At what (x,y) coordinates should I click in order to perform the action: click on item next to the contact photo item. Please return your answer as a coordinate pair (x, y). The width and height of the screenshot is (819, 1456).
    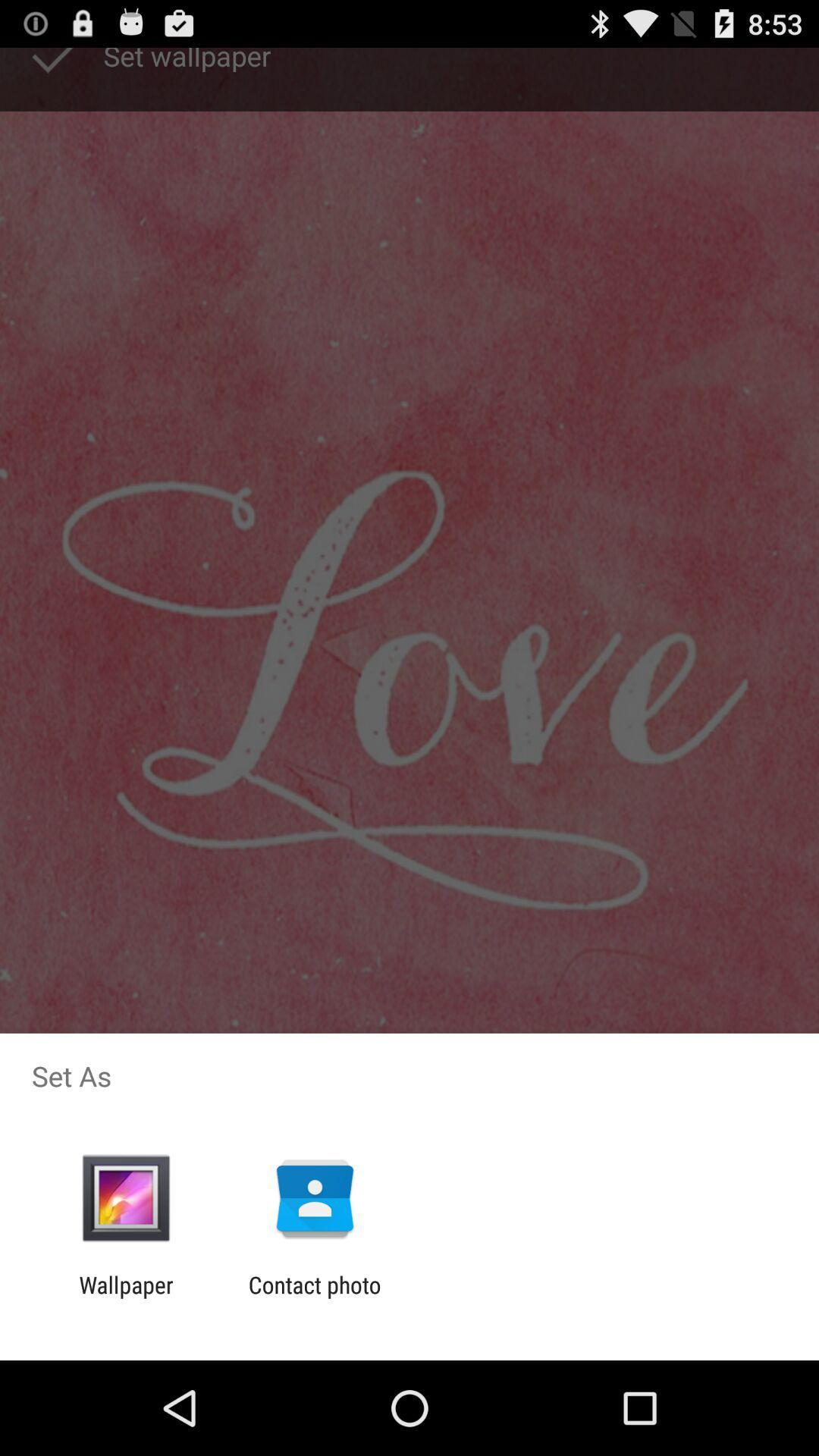
    Looking at the image, I should click on (125, 1298).